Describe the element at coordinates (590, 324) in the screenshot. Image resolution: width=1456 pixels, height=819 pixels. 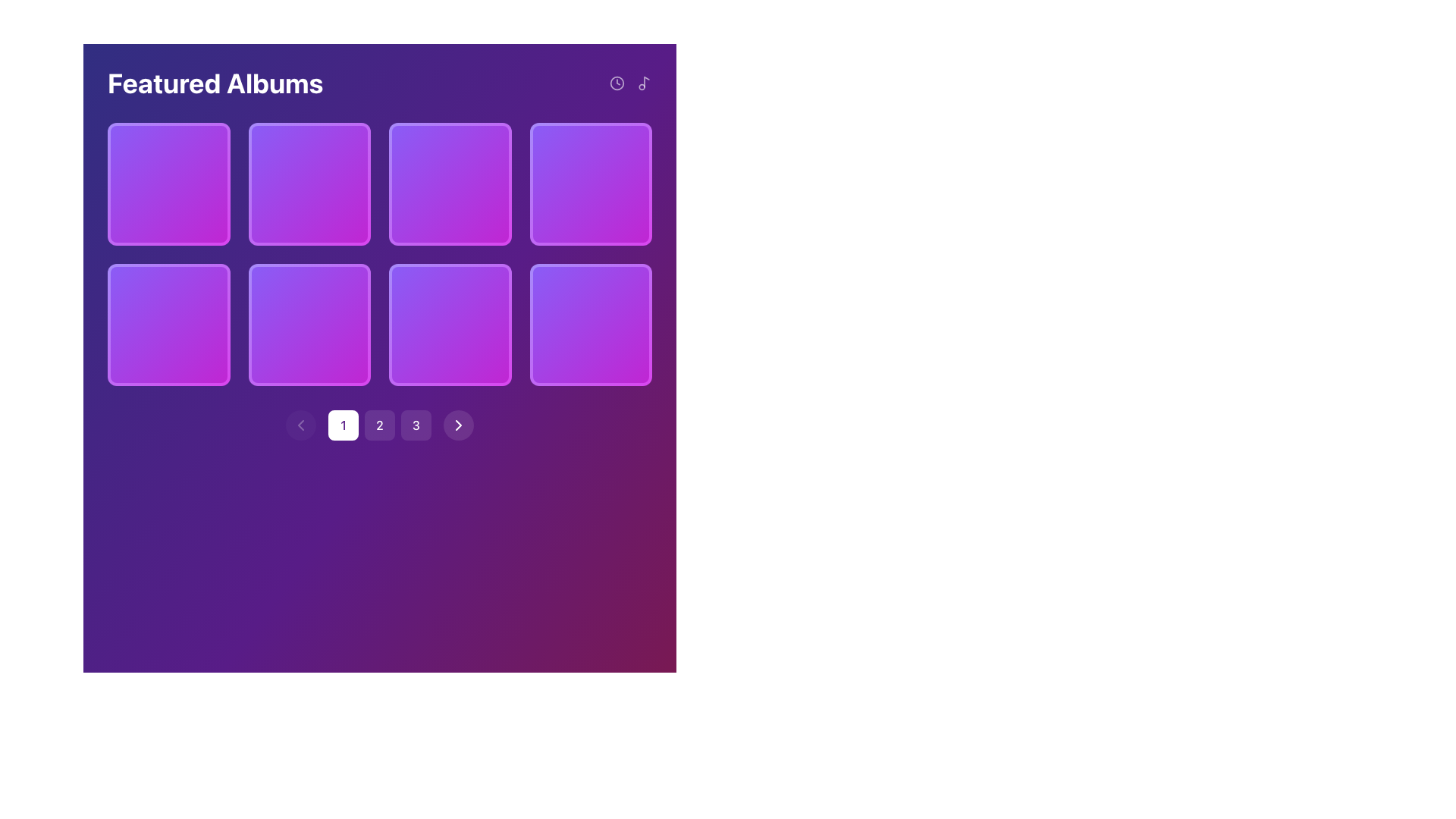
I see `the Card labeled 'Album 8', 'Artist 8', featuring a gradient background from violet to fuchsia, located in the fourth row and fourth column of the grid layout` at that location.